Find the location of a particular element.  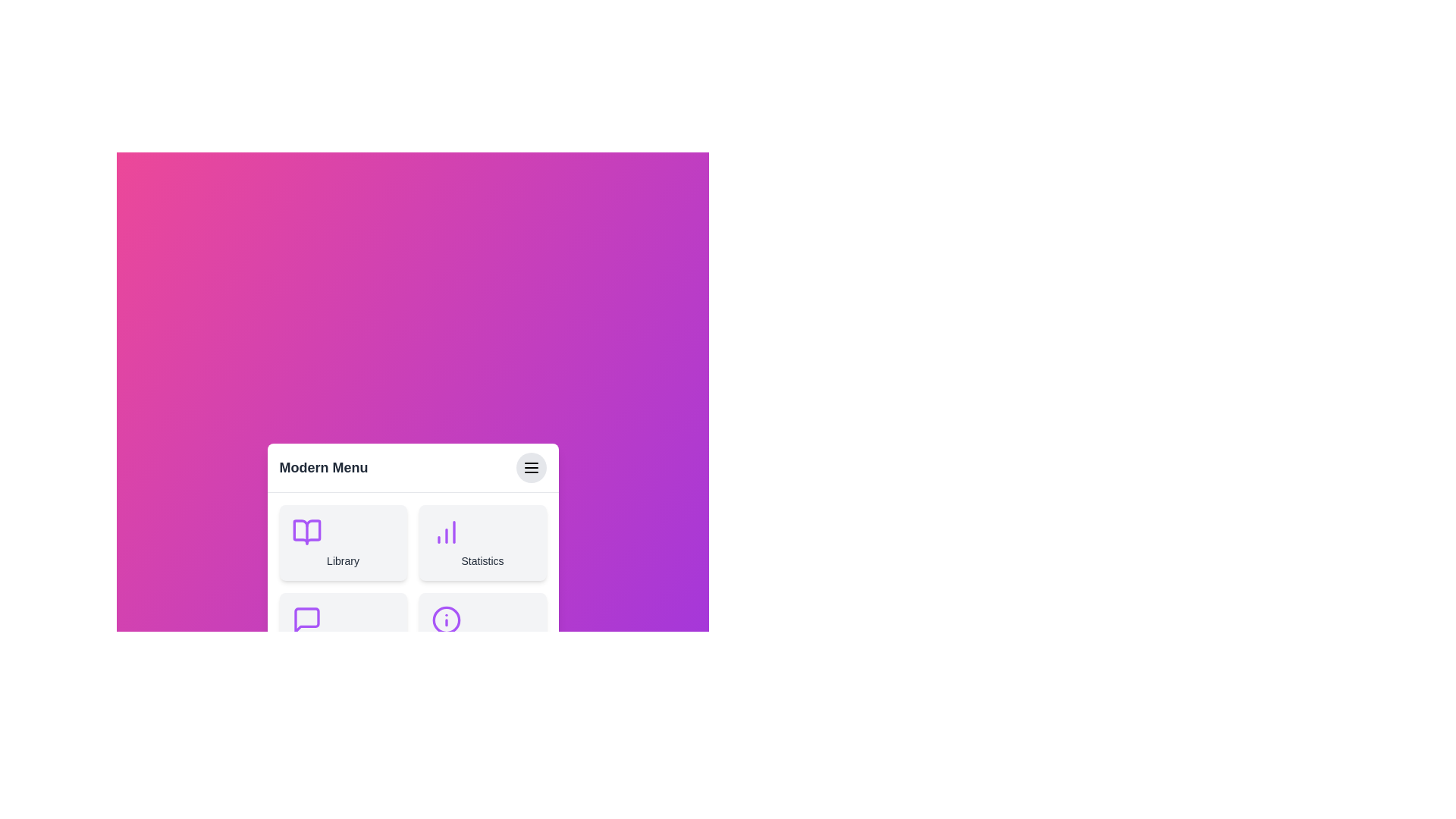

the menu item About to observe its hover effect is located at coordinates (482, 630).